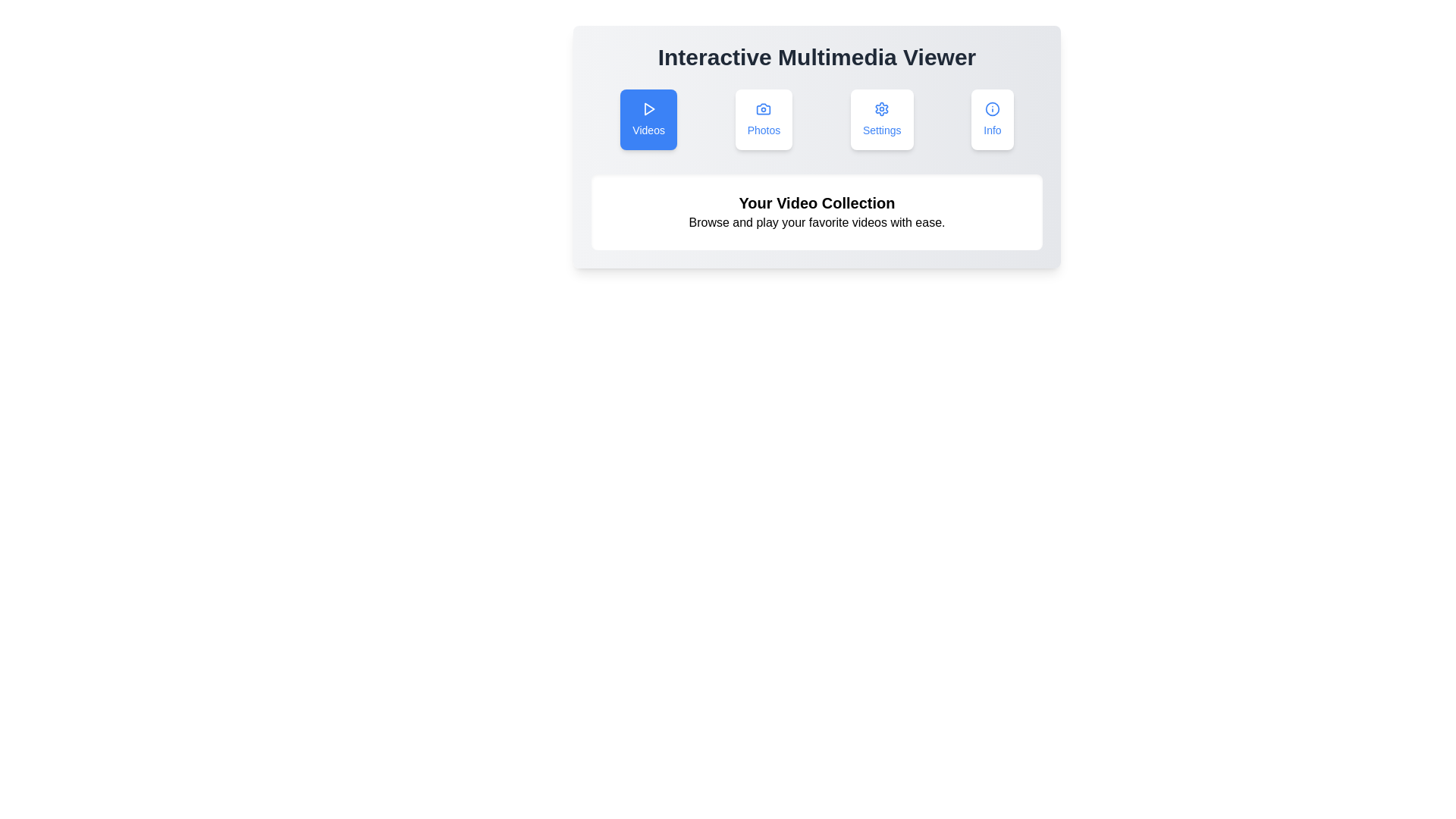  I want to click on the label that provides a textual representation for the 'Photos' option, located below the camera icon and to the right of the 'Videos' option, so click(764, 130).